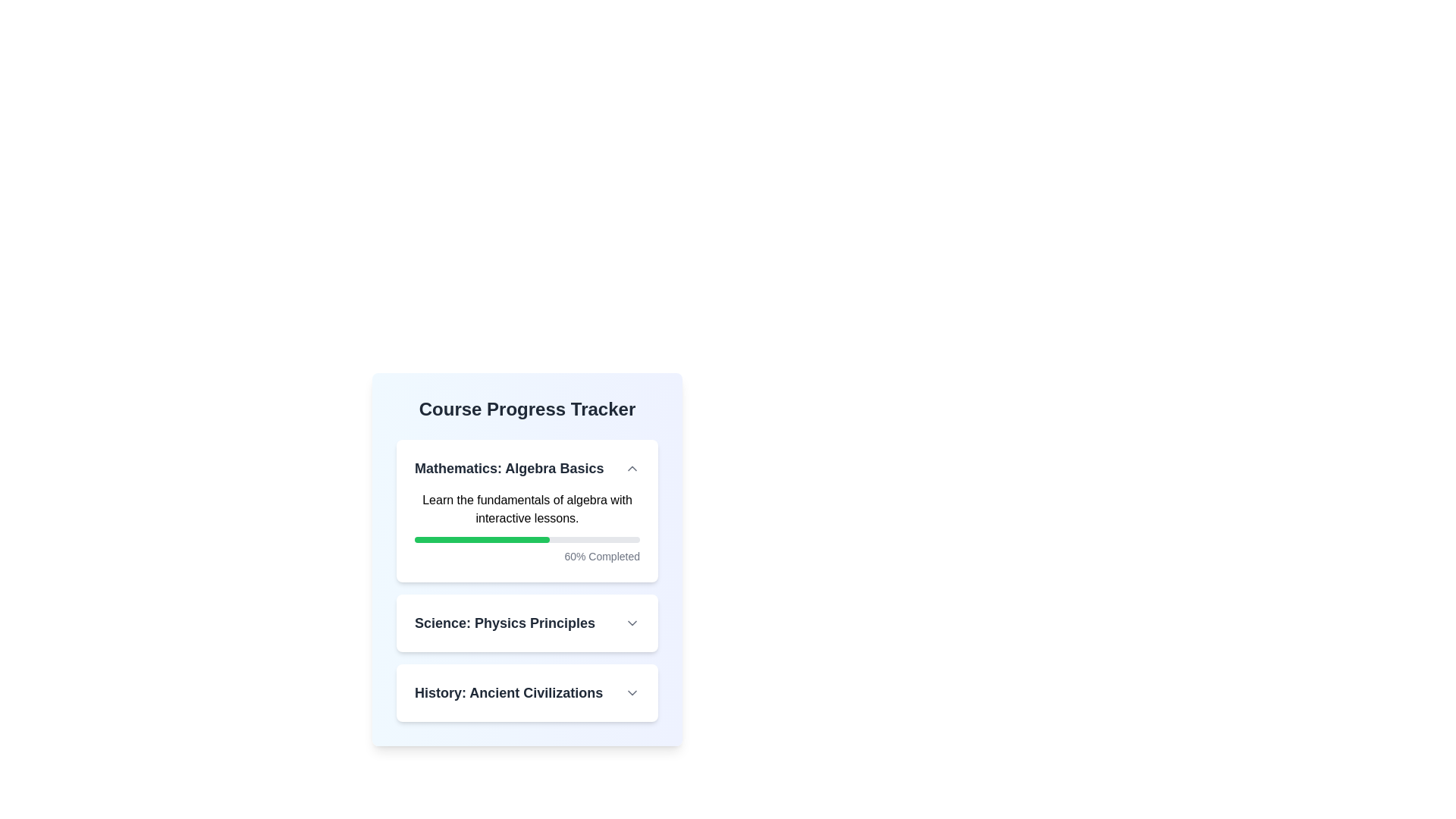  Describe the element at coordinates (527, 693) in the screenshot. I see `the collapsible header for the 'History: Ancient Civilizations' course content to trigger a tooltip or highlight effect` at that location.